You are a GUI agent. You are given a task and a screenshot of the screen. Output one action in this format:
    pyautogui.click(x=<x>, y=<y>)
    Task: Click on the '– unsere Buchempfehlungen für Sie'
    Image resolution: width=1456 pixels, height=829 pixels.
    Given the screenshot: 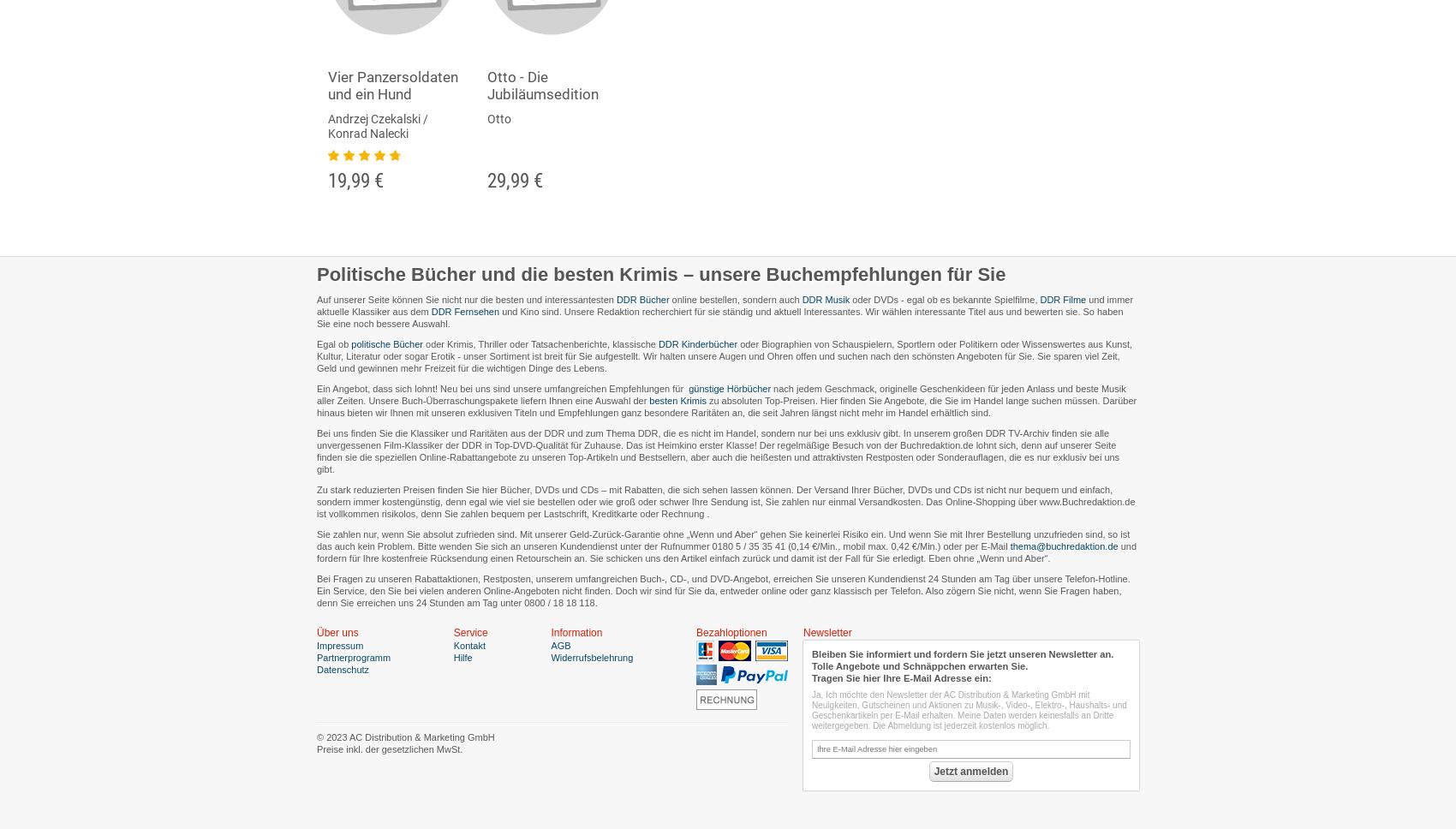 What is the action you would take?
    pyautogui.click(x=840, y=273)
    